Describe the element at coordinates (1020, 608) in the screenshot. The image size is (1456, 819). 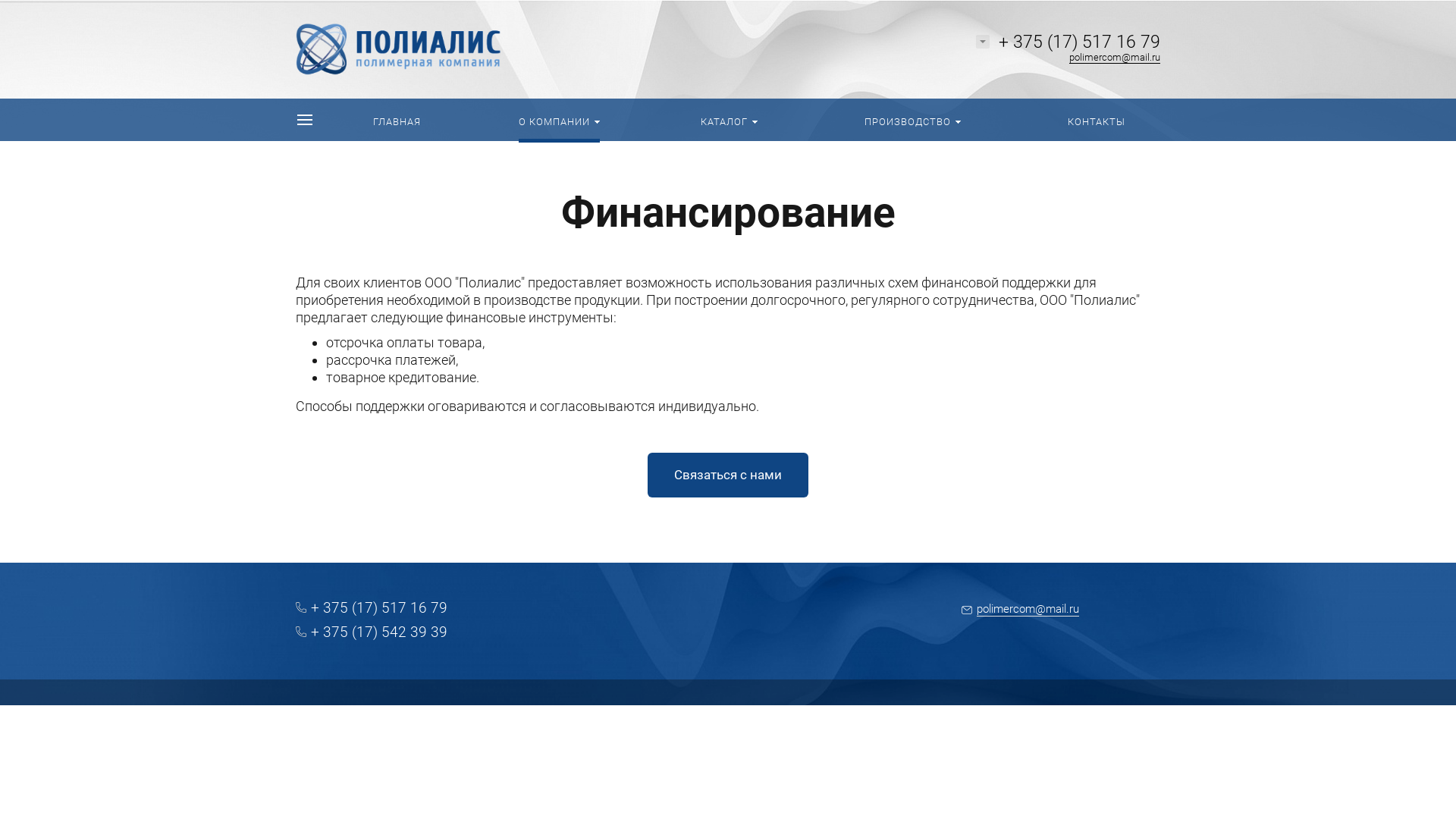
I see `'polimercom@mail.ru'` at that location.